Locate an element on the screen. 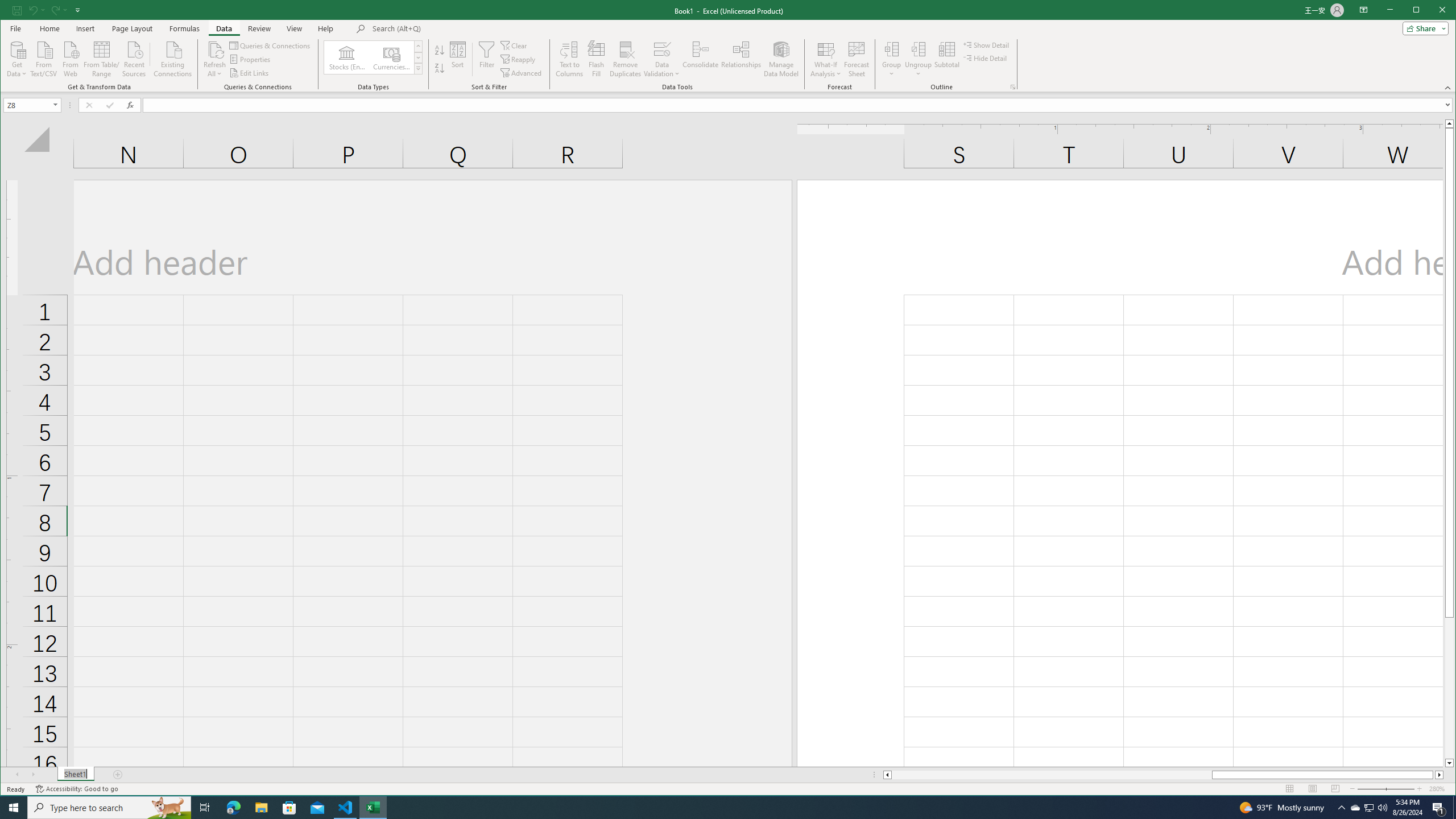 The image size is (1456, 819). 'Queries & Connections' is located at coordinates (271, 45).